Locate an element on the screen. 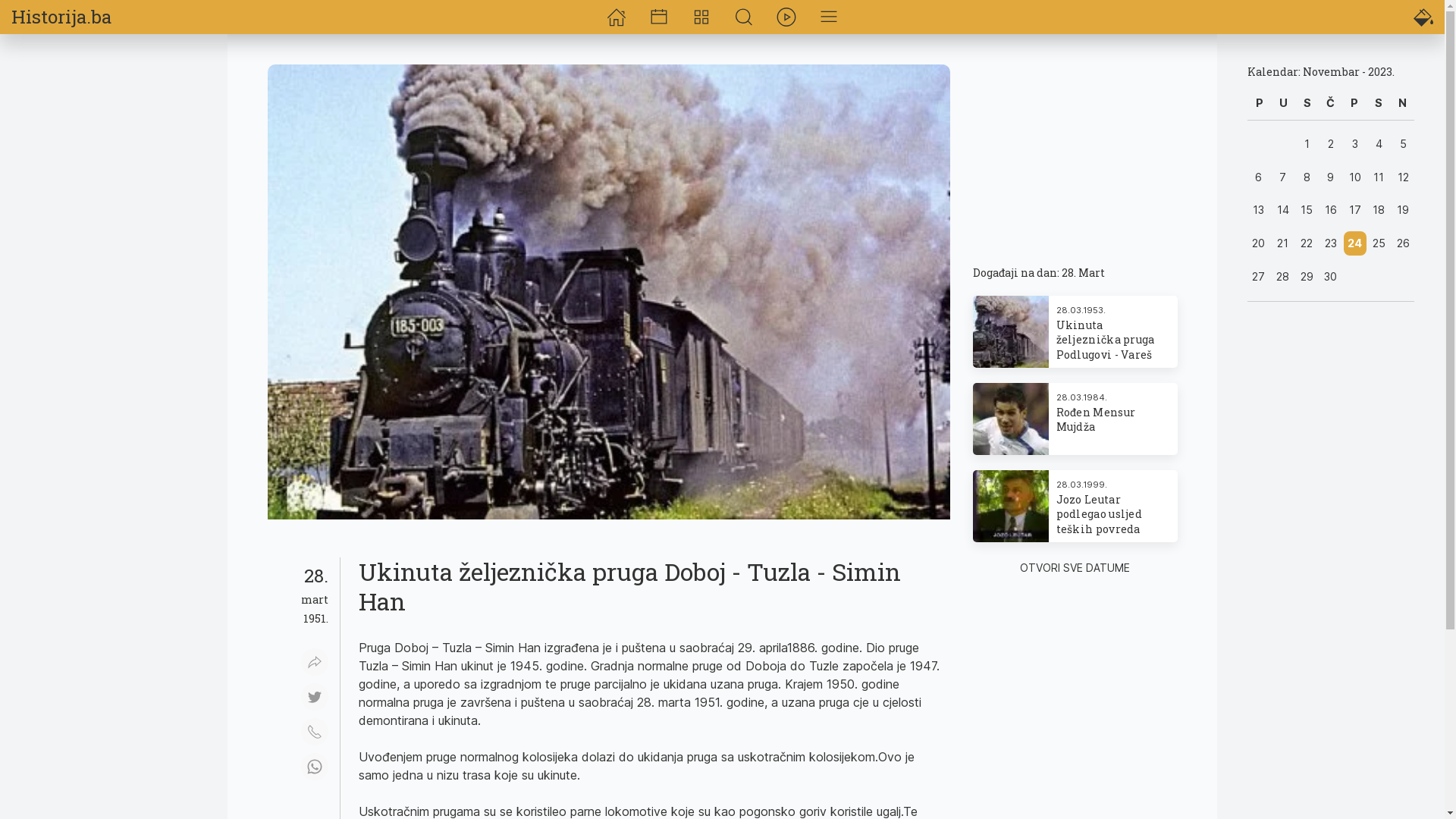 Image resolution: width=1456 pixels, height=819 pixels. 'OTVORI SVE DATUME' is located at coordinates (1019, 567).